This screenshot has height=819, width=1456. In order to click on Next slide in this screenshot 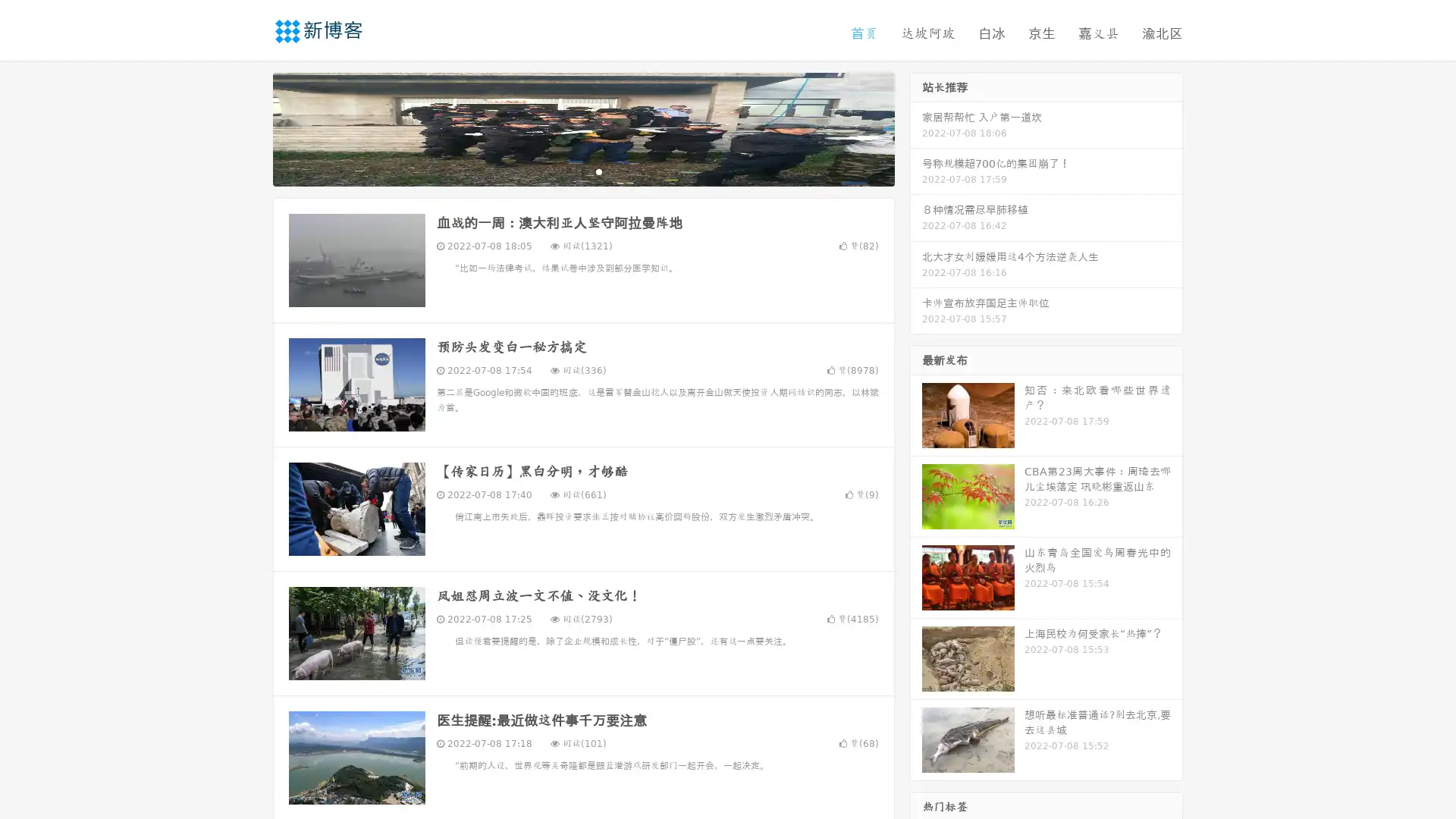, I will do `click(916, 127)`.